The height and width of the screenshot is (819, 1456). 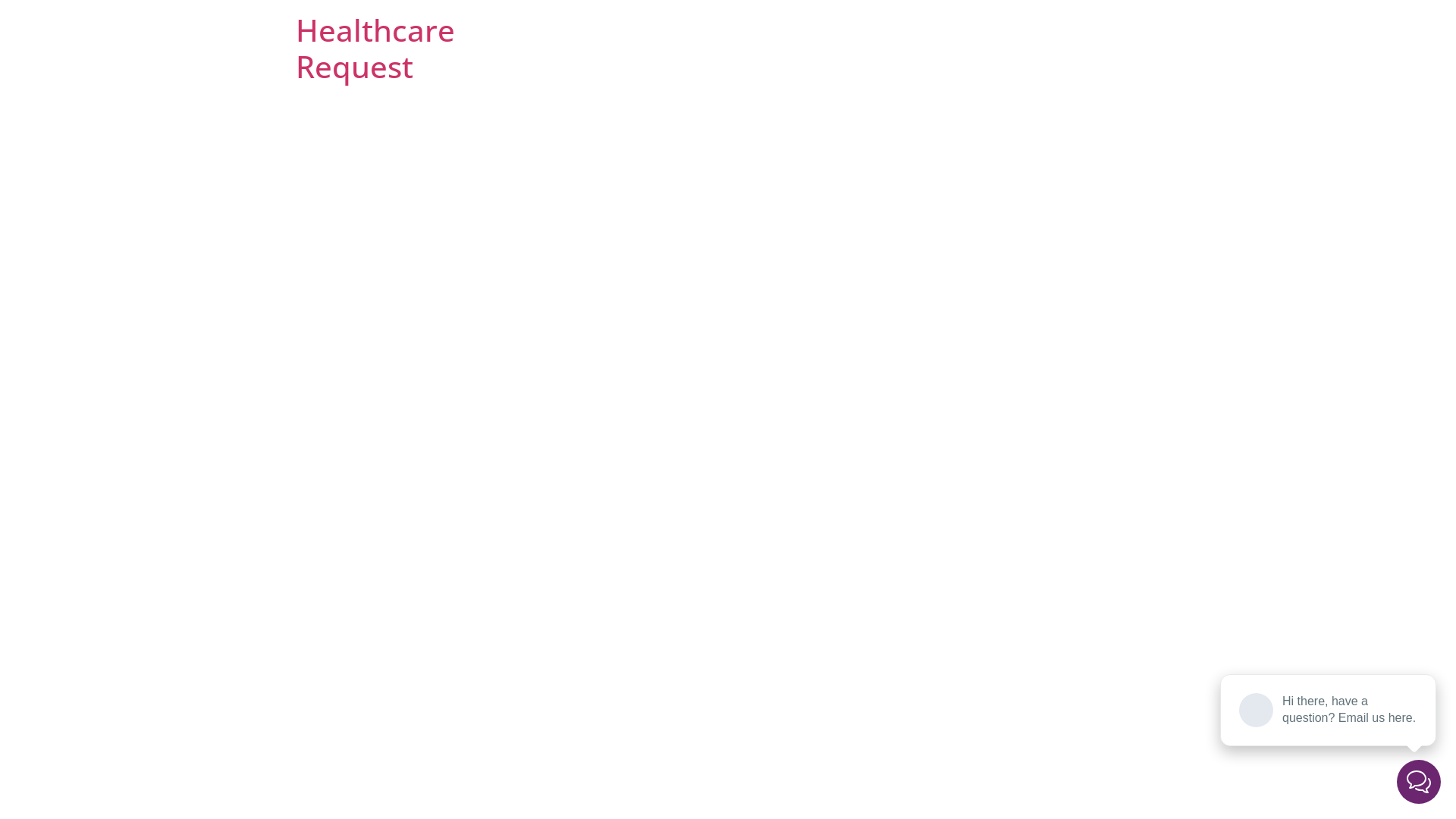 I want to click on 'Healthcare Request', so click(x=375, y=47).